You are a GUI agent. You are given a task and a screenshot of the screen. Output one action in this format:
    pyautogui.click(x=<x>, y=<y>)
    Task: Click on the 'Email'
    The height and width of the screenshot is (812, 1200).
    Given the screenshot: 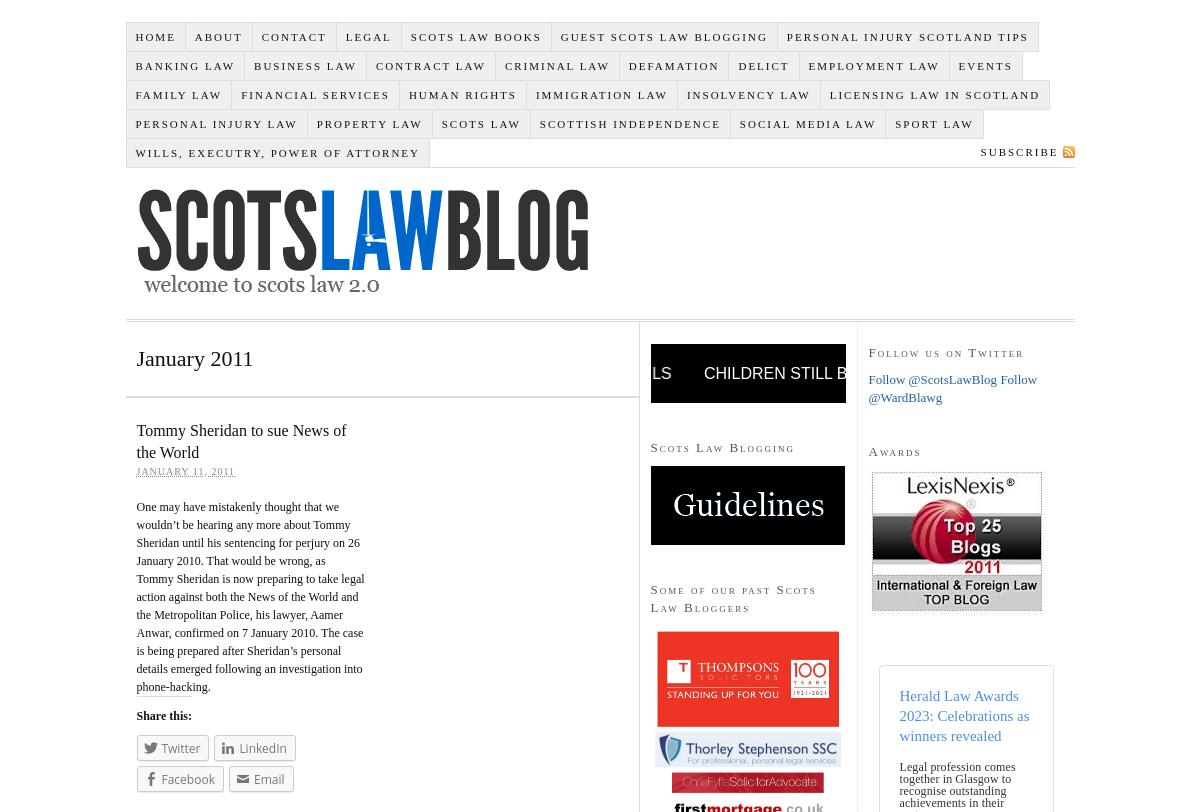 What is the action you would take?
    pyautogui.click(x=251, y=779)
    